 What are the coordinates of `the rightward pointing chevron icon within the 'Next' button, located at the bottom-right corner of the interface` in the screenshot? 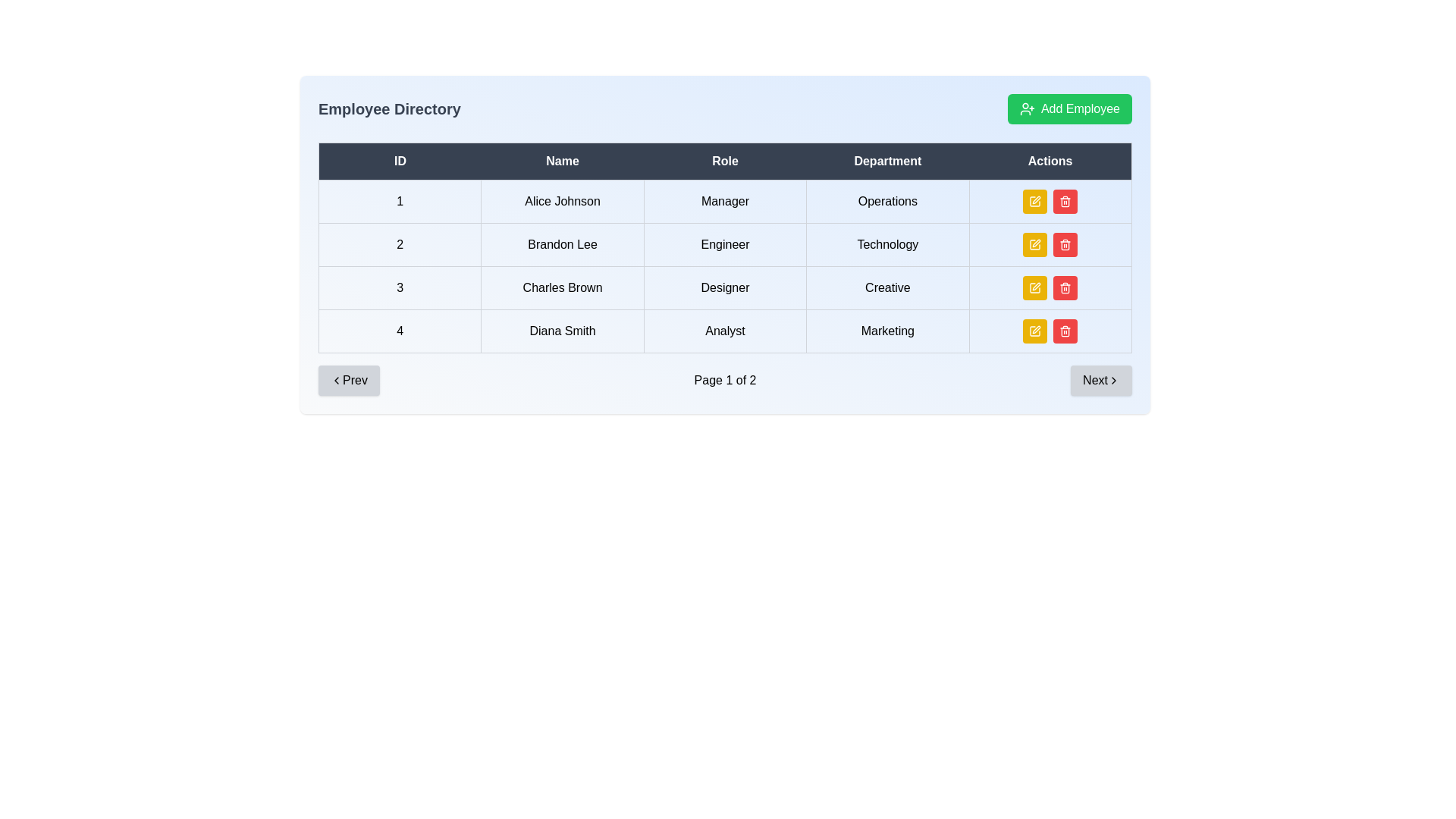 It's located at (1113, 379).